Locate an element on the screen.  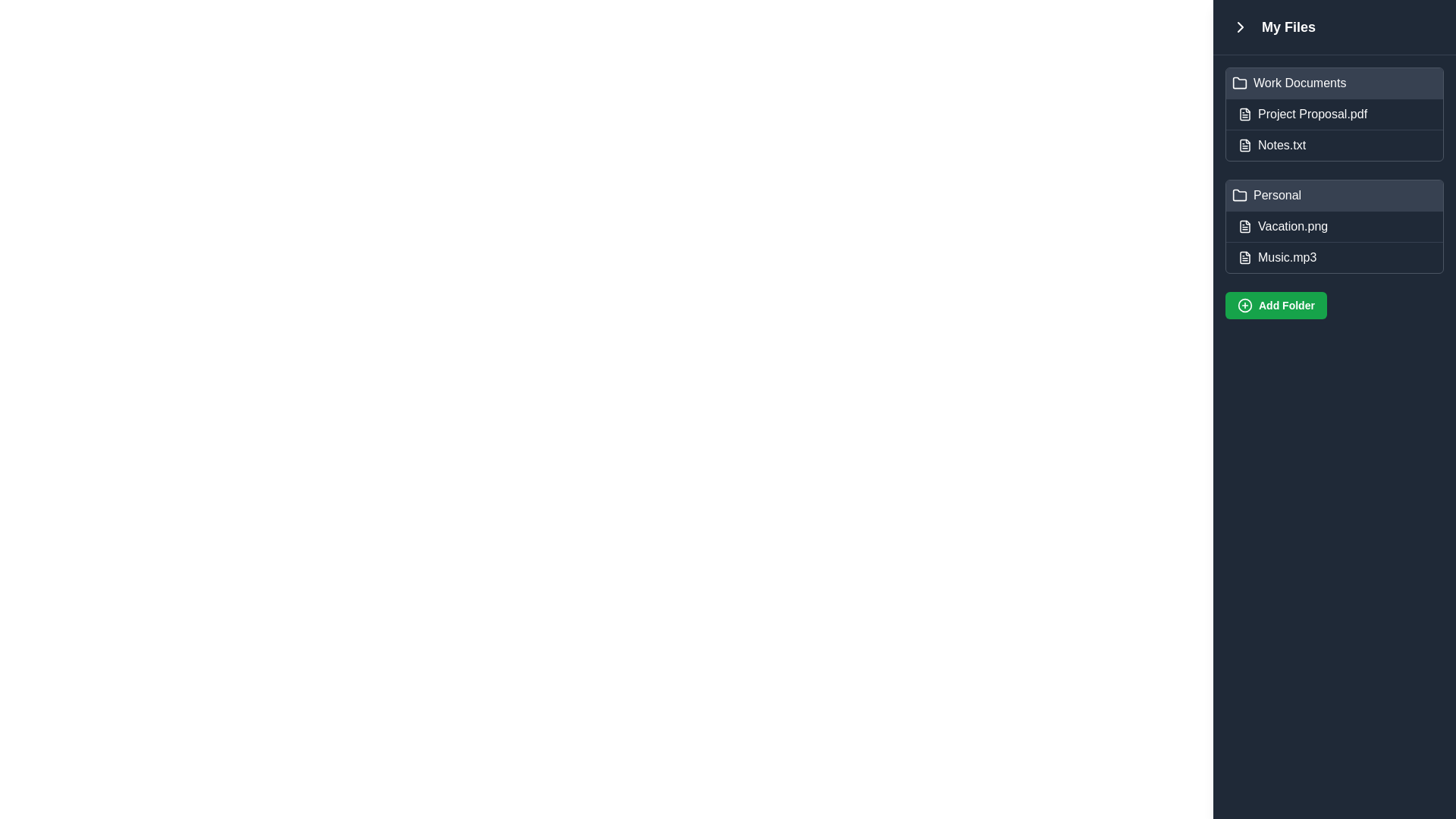
the text of the second list item representing a file or document in the 'Work Documents' section is located at coordinates (1312, 113).